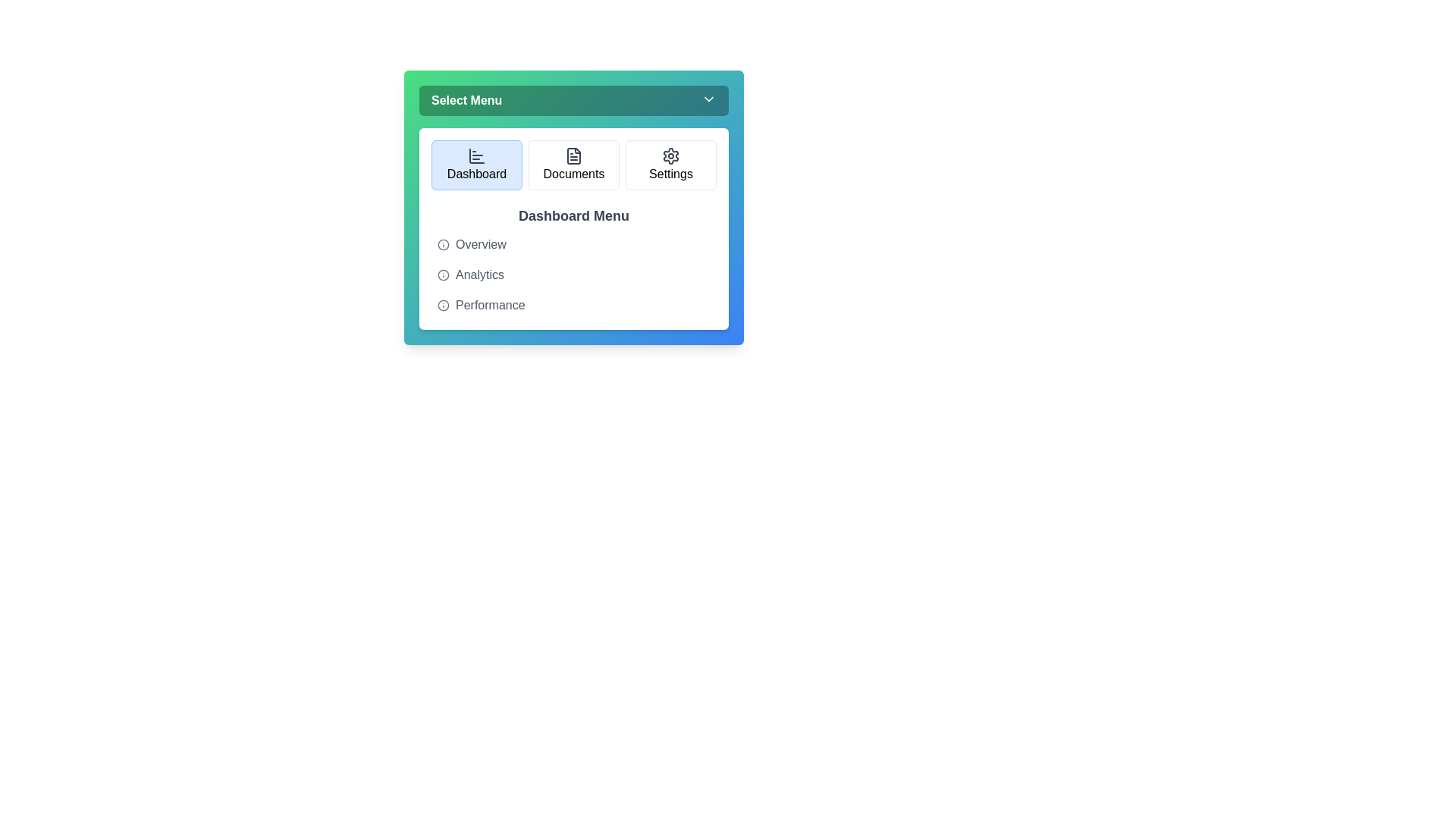 The image size is (1456, 819). I want to click on the small triangular downward-pointing chevron icon located at the far right end of the green header bar labeled 'Select Menu', so click(708, 99).